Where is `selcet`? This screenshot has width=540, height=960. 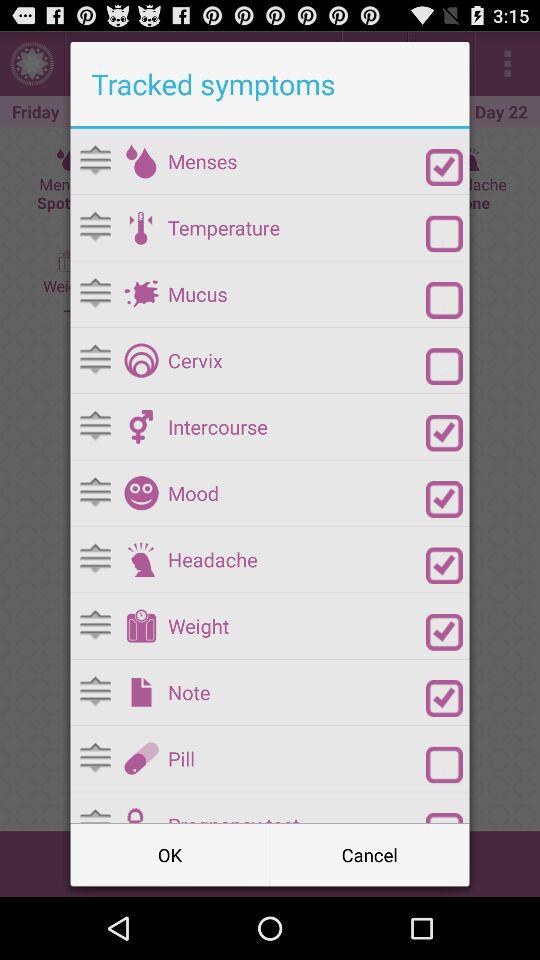
selcet is located at coordinates (444, 433).